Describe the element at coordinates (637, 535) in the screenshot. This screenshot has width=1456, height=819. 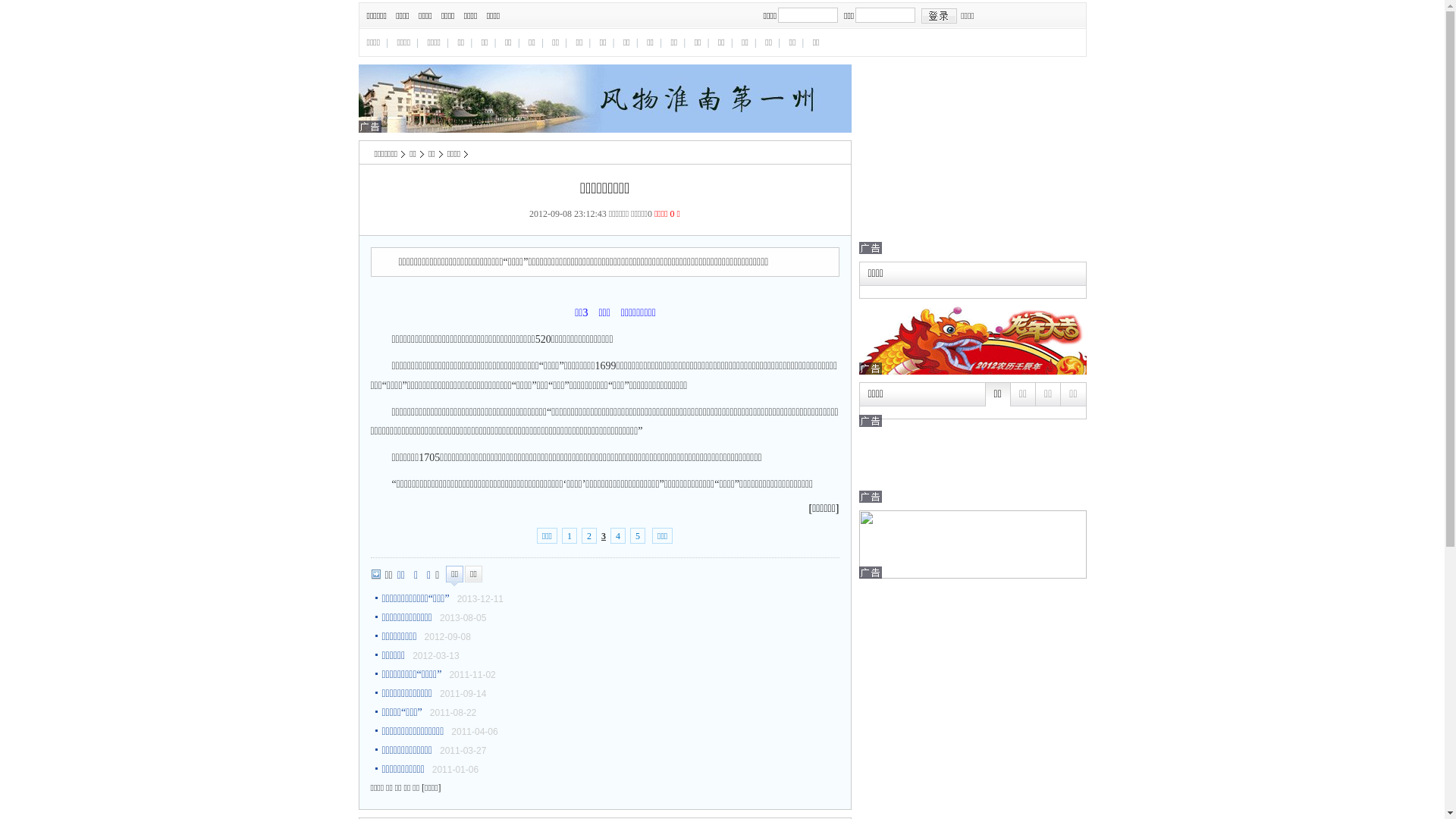
I see `'5'` at that location.